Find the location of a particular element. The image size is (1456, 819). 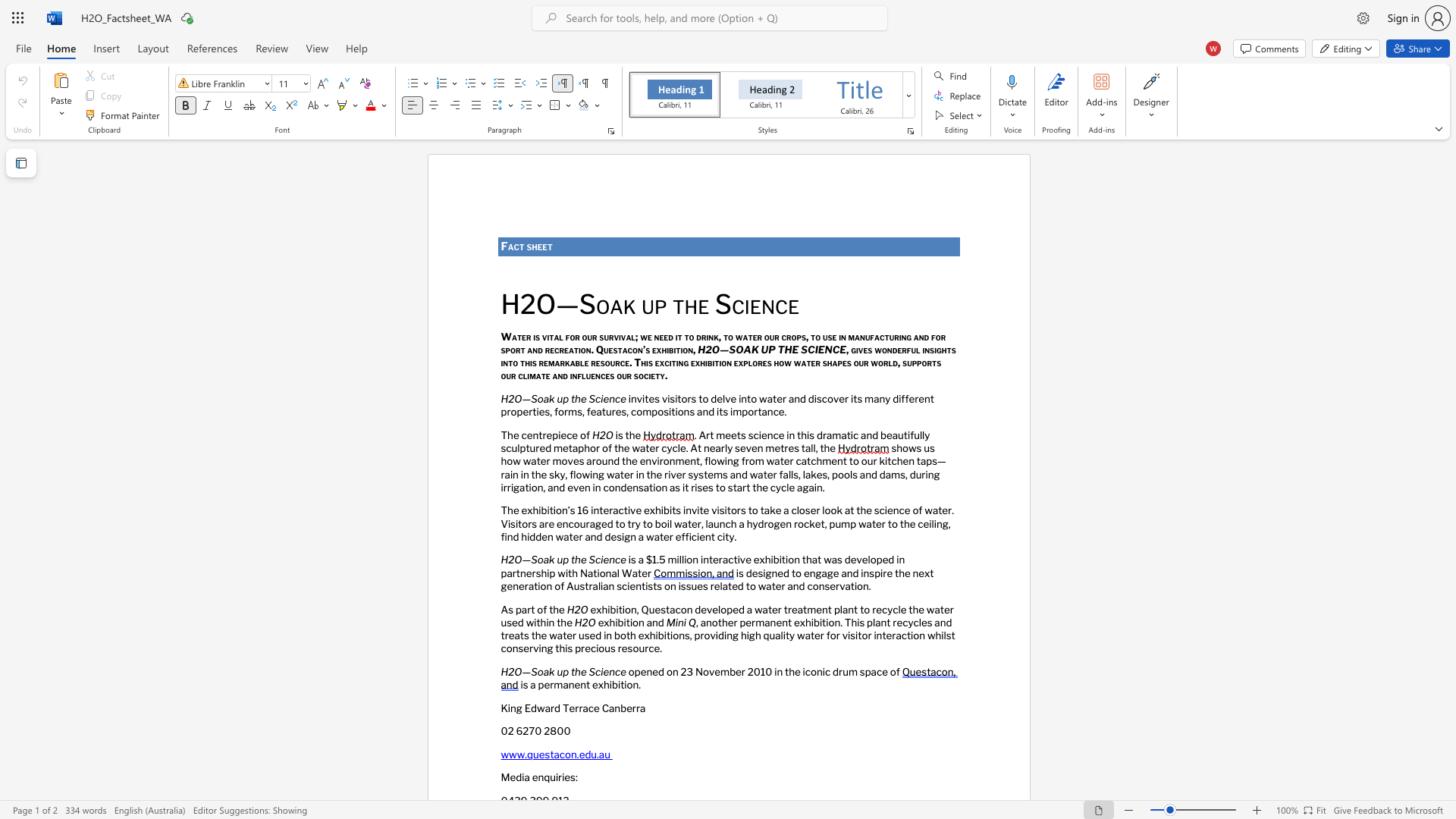

the subset text "er. Visitors are encouraged to try to boil water, launch a hydro" within the text "The exhibition’s 16 interactive exhibits invite visitors to take a closer look at the science of water. Visitors are encouraged to try to boil water, launch a hydrogen rocket, pump water to the ceiling, find hidden water and design a water efficient city." is located at coordinates (941, 510).